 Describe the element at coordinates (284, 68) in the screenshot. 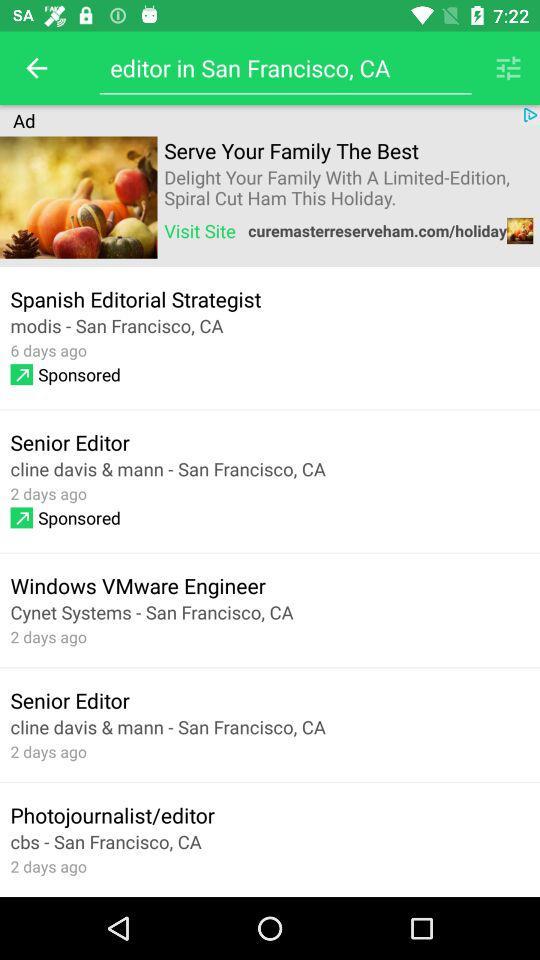

I see `editor in san icon` at that location.